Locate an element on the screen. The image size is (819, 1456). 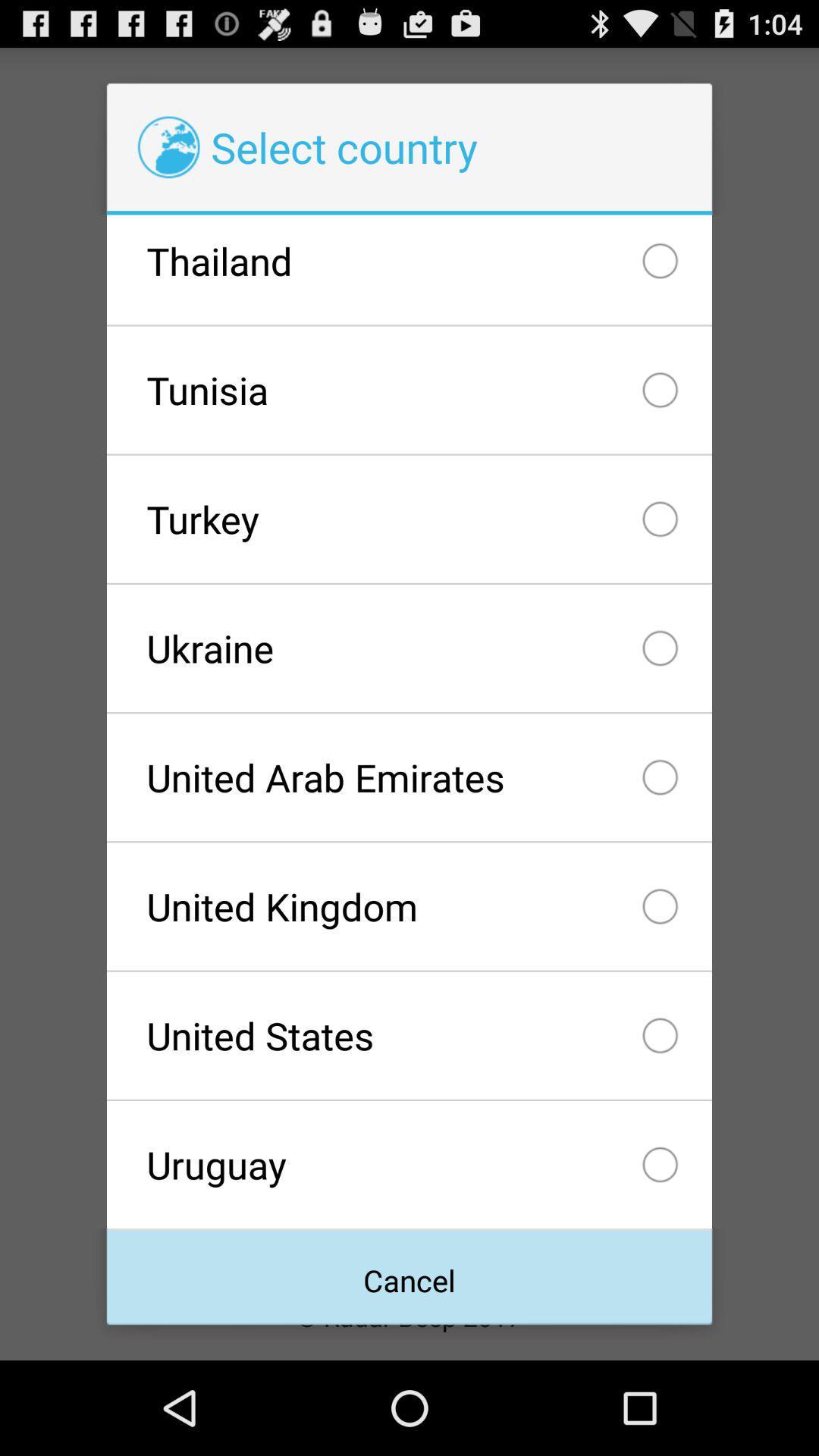
checkbox below the thailand item is located at coordinates (409, 390).